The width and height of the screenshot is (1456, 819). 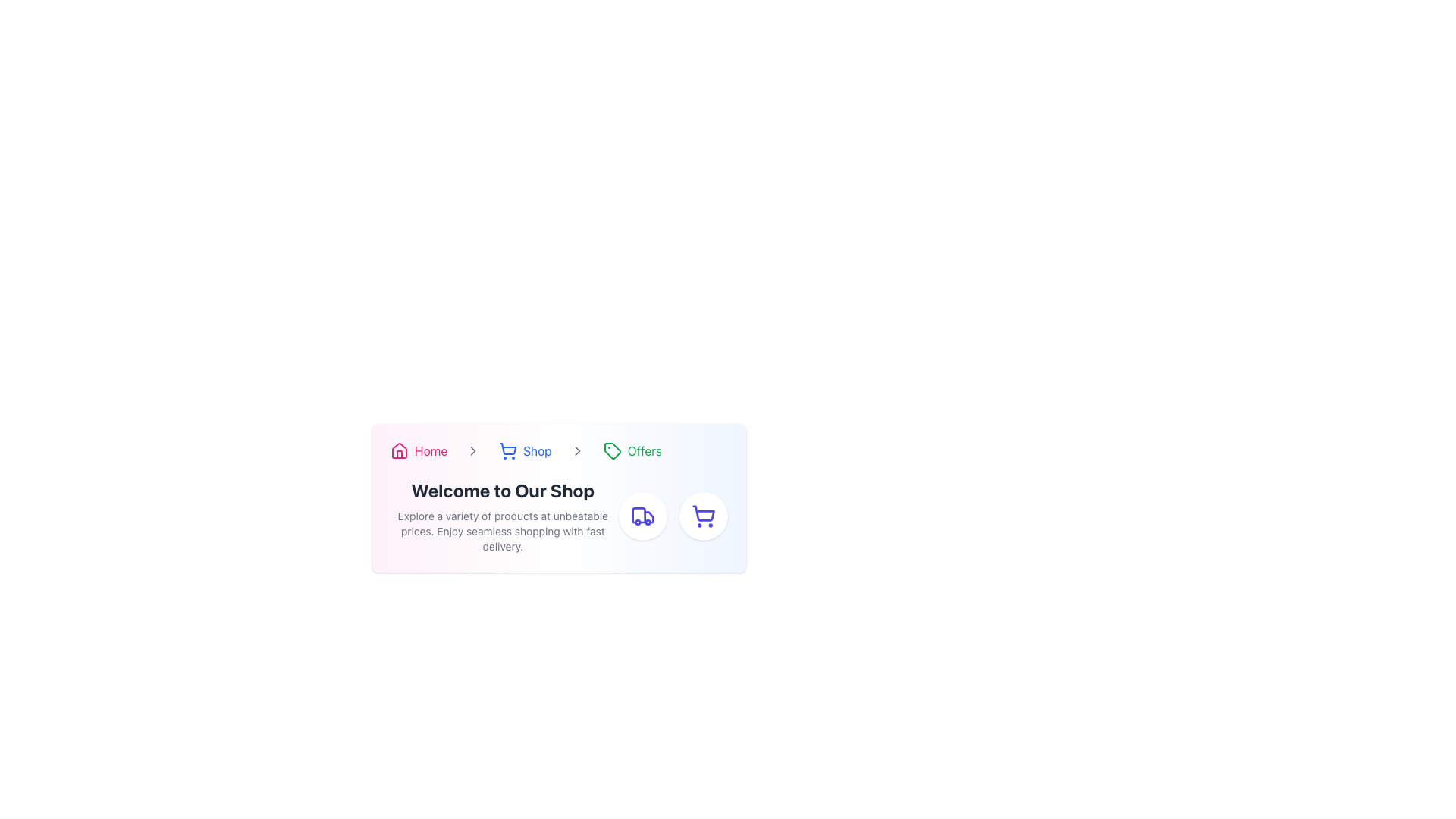 What do you see at coordinates (703, 513) in the screenshot?
I see `the shopping cart icon located in the lower-right corner of the page, which is part of a circular button with a red border` at bounding box center [703, 513].